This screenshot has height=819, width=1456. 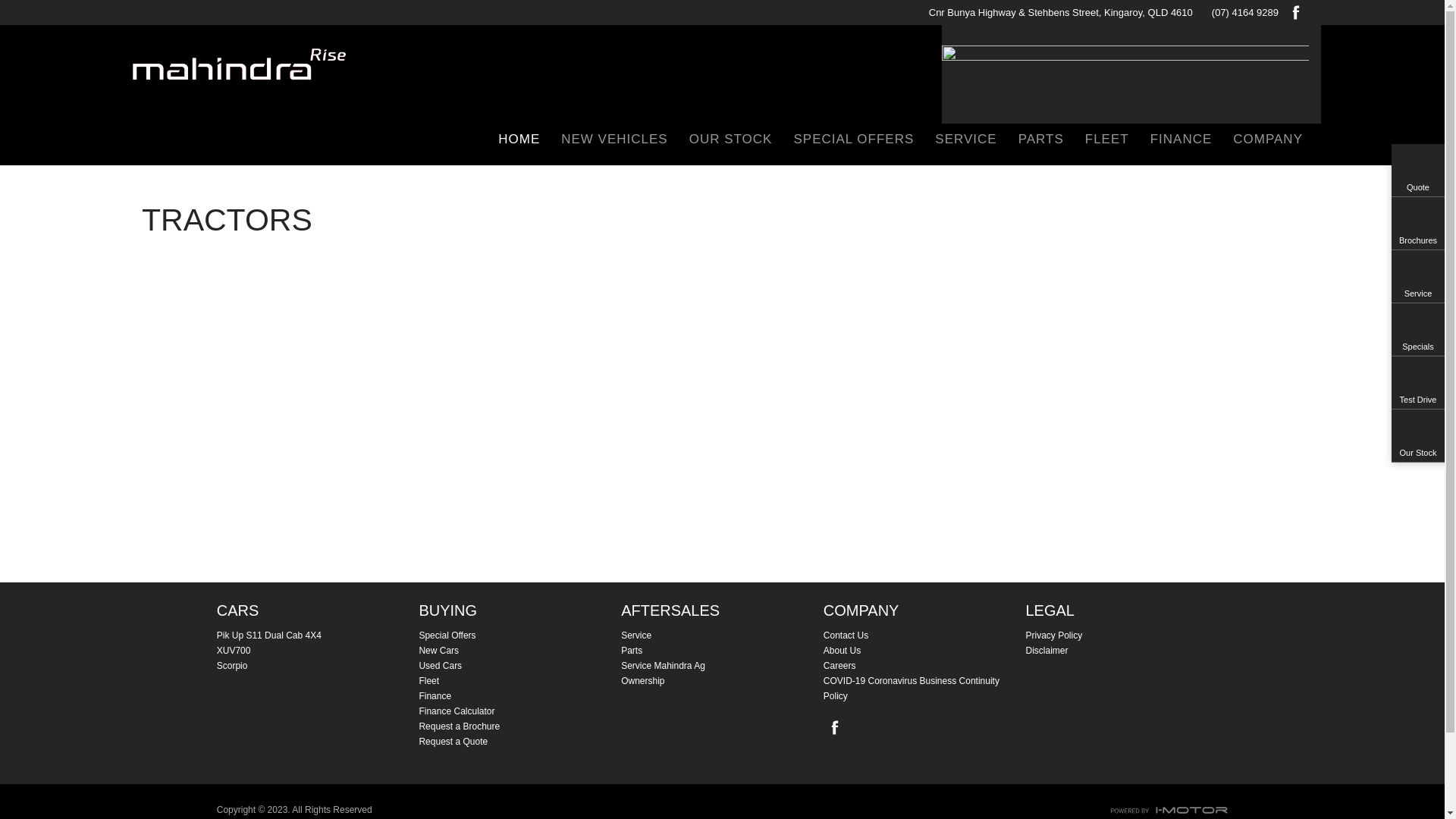 What do you see at coordinates (519, 649) in the screenshot?
I see `'New Cars'` at bounding box center [519, 649].